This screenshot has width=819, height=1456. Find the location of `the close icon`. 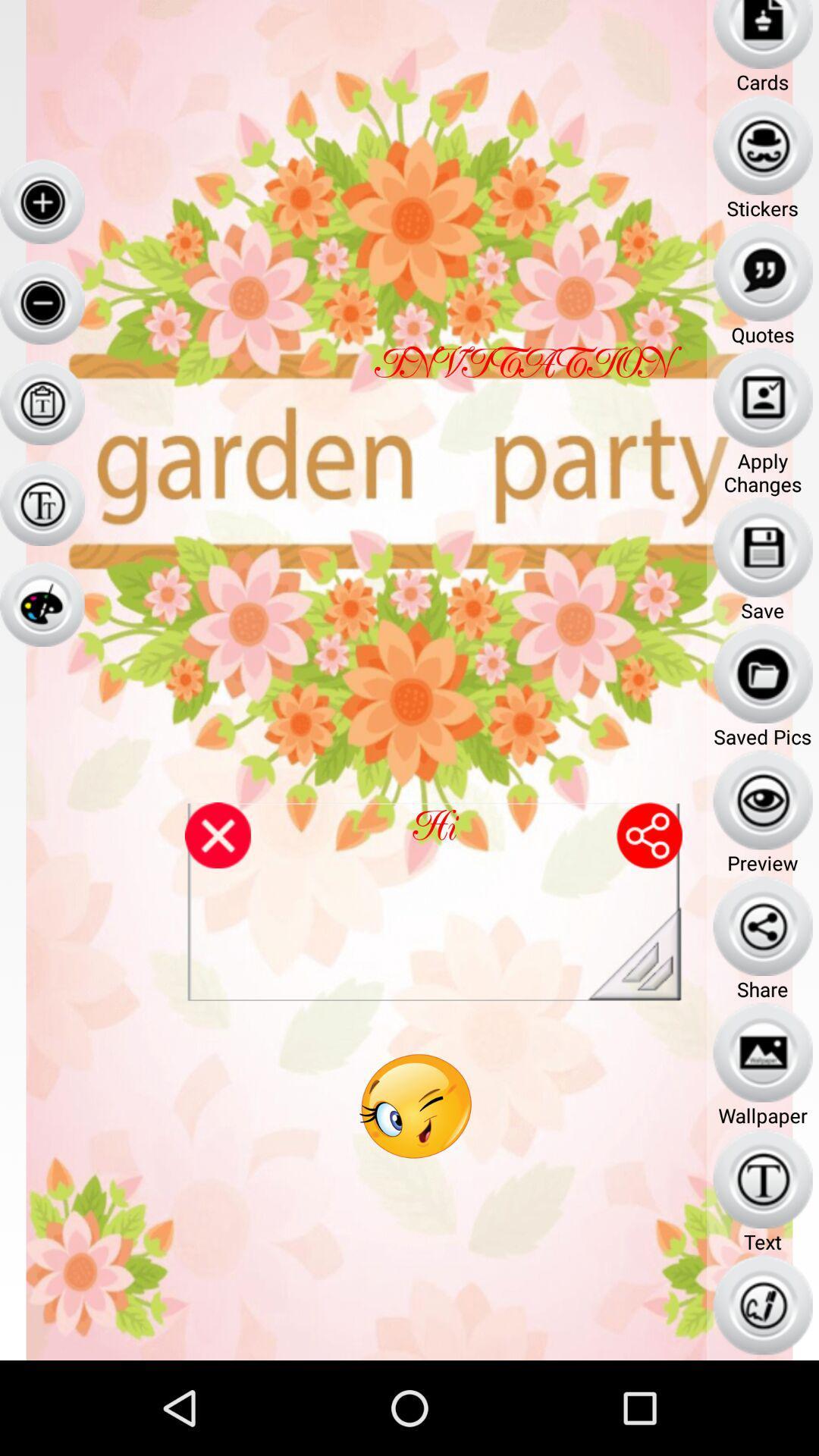

the close icon is located at coordinates (218, 894).